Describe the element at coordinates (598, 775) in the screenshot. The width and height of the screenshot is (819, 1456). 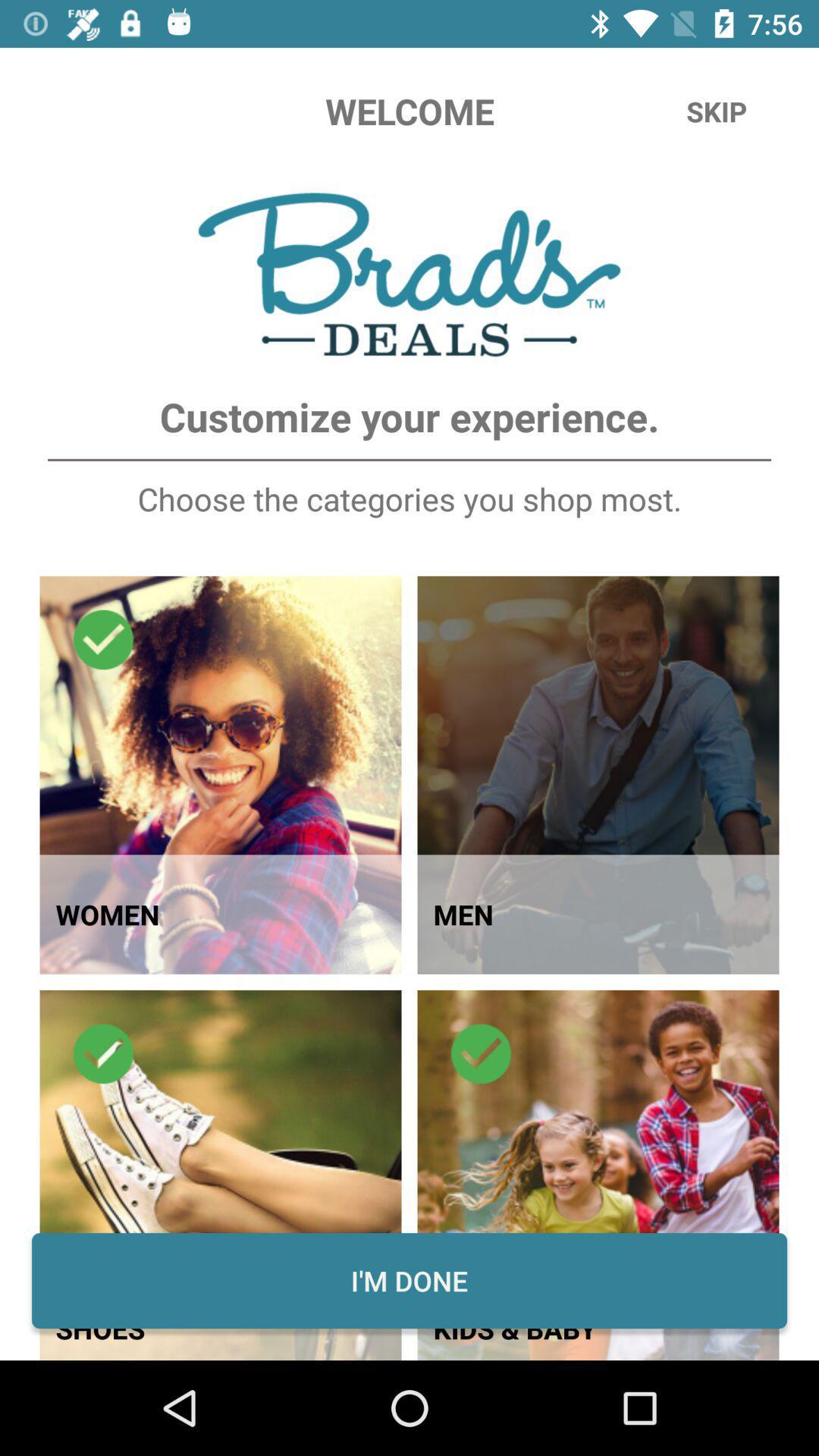
I see `the image which is right to the women` at that location.